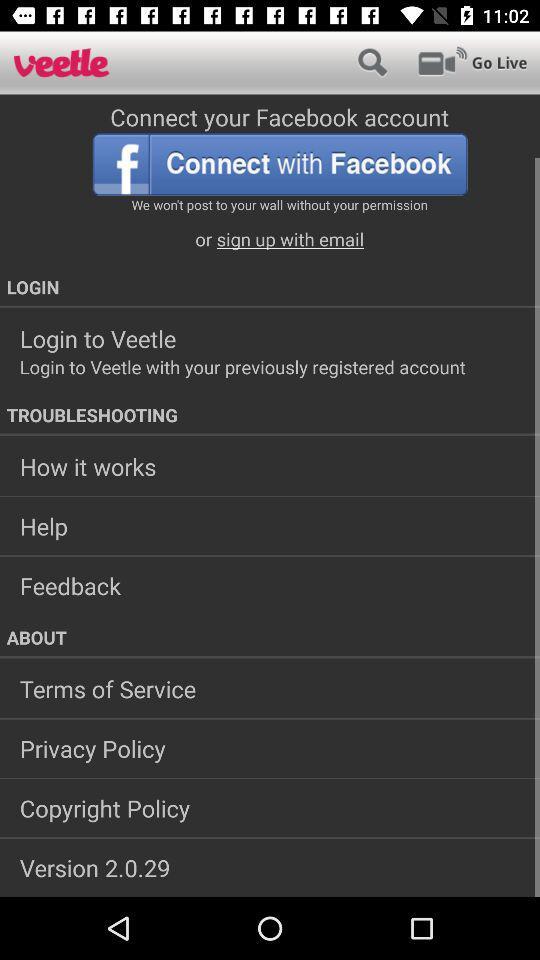 The image size is (540, 960). What do you see at coordinates (372, 62) in the screenshot?
I see `search` at bounding box center [372, 62].